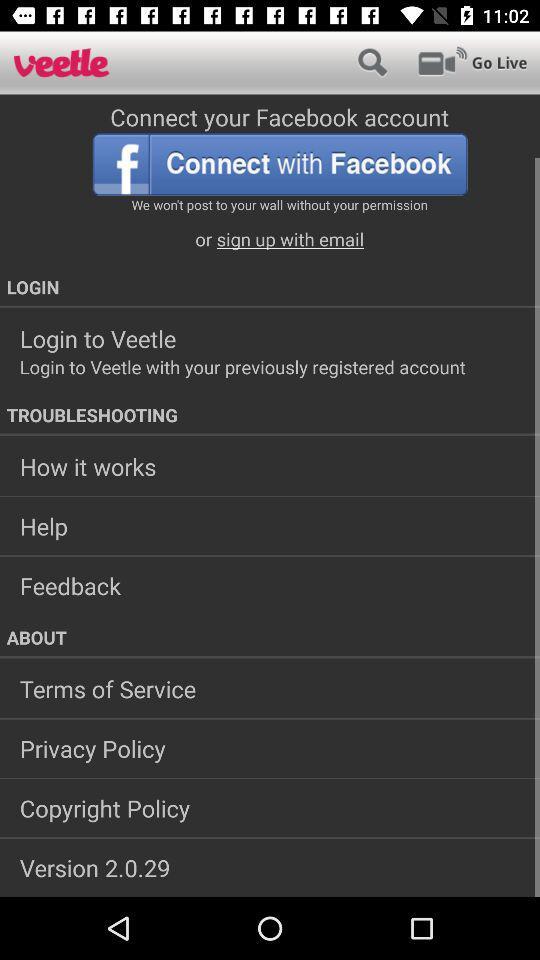 The image size is (540, 960). What do you see at coordinates (372, 62) in the screenshot?
I see `search` at bounding box center [372, 62].